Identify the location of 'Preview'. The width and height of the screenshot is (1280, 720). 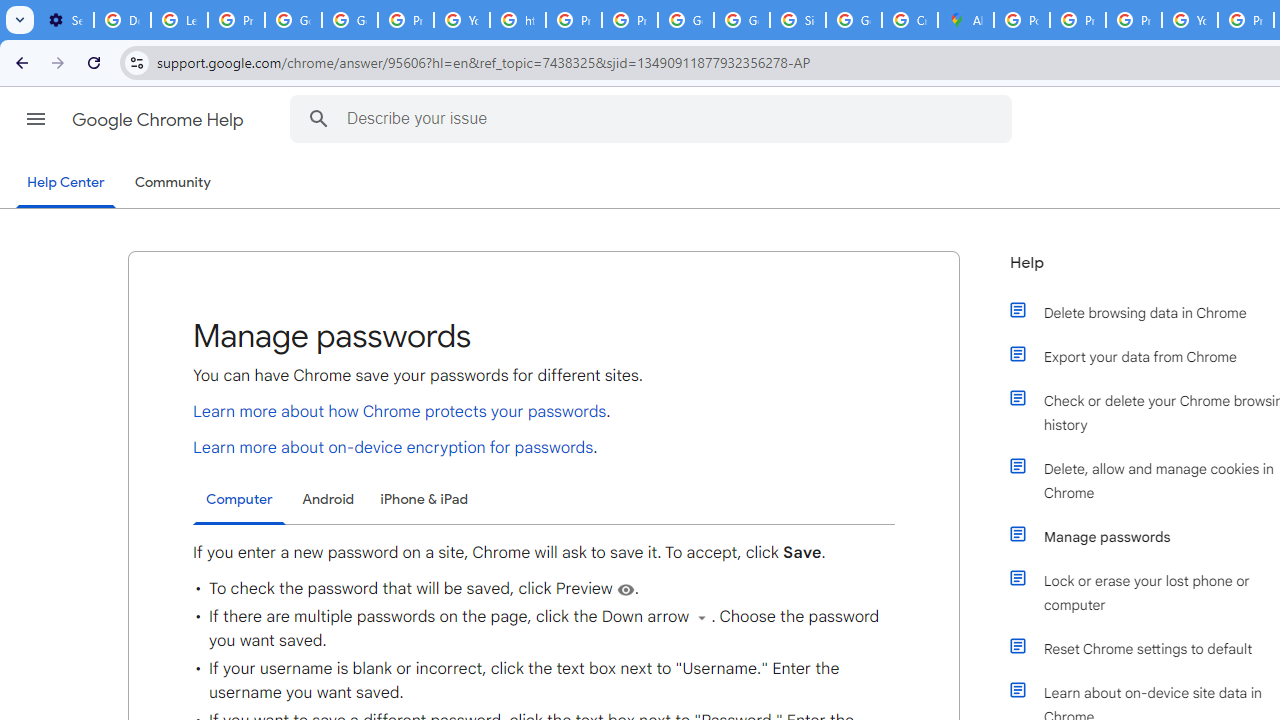
(624, 588).